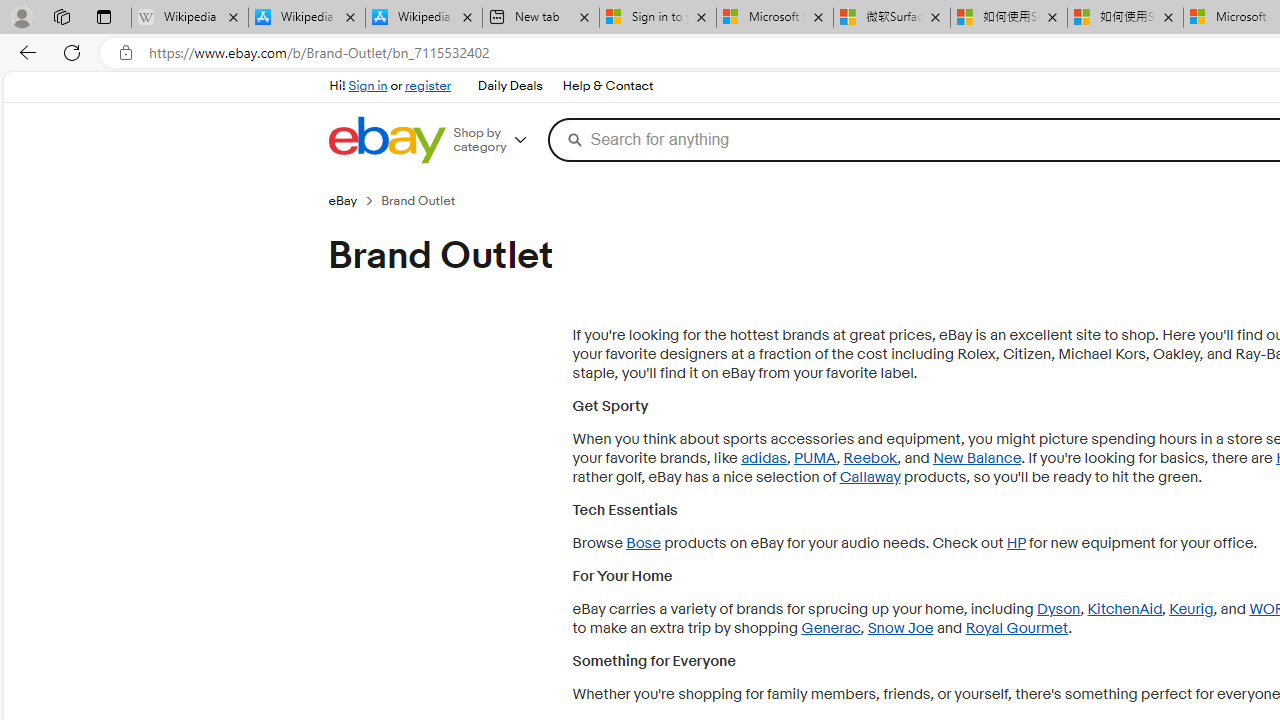 This screenshot has width=1280, height=720. What do you see at coordinates (607, 86) in the screenshot?
I see `'Help & Contact'` at bounding box center [607, 86].